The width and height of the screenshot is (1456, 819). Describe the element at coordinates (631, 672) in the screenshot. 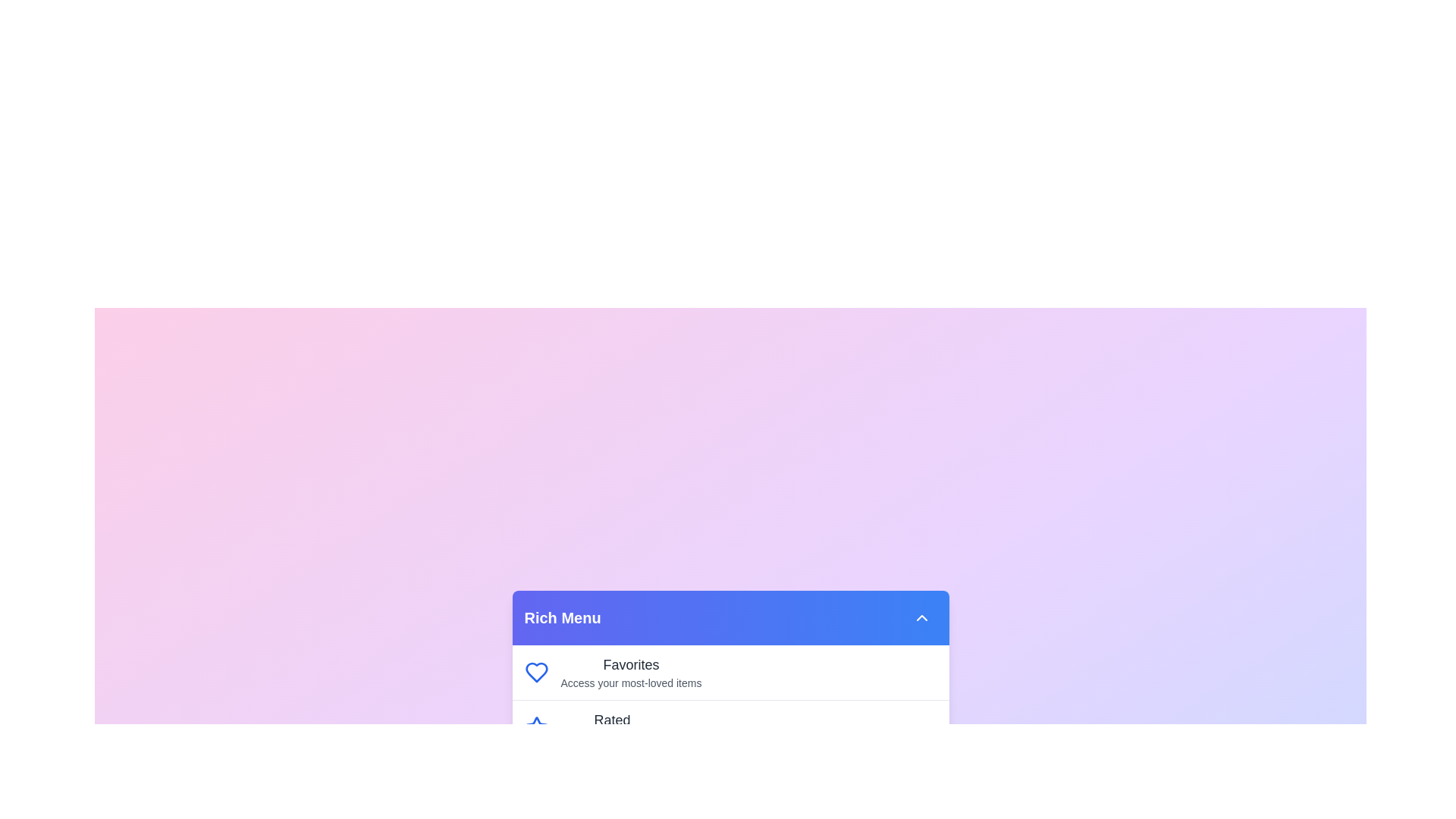

I see `the menu item labeled Favorites by clicking on it` at that location.